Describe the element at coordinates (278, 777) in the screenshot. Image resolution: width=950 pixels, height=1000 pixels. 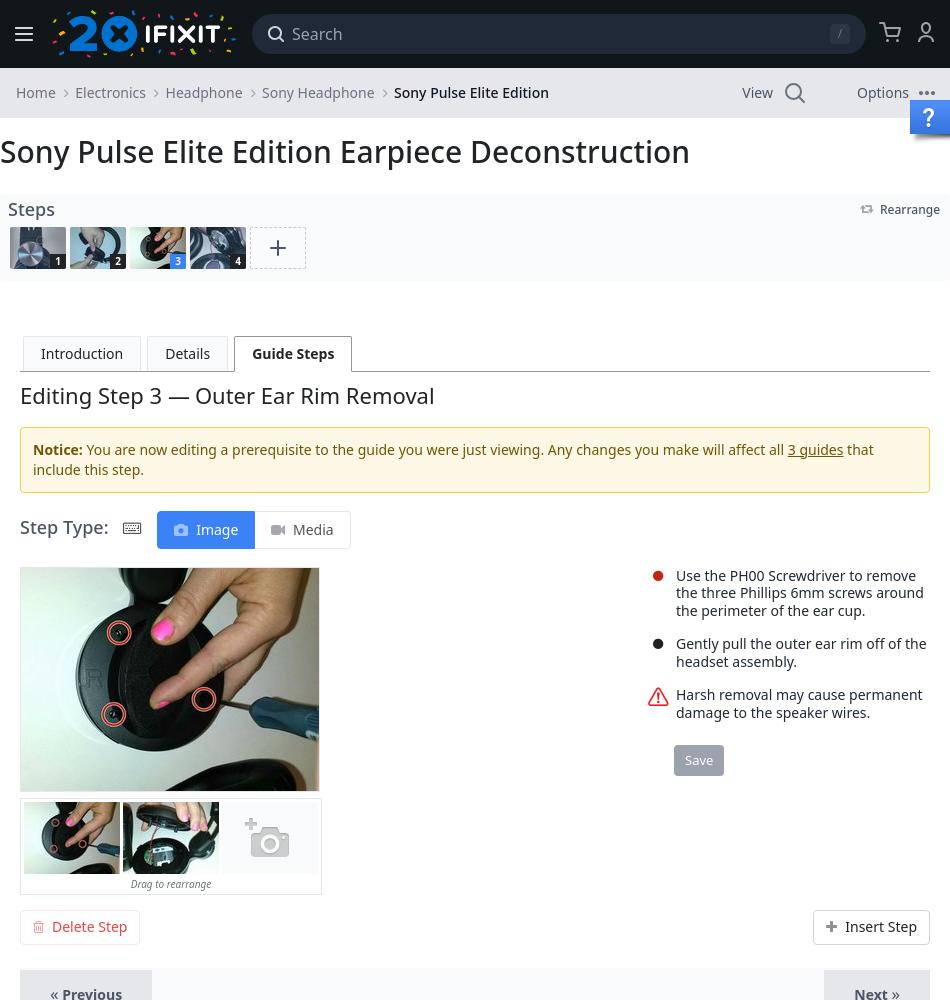
I see `'EDIT'` at that location.